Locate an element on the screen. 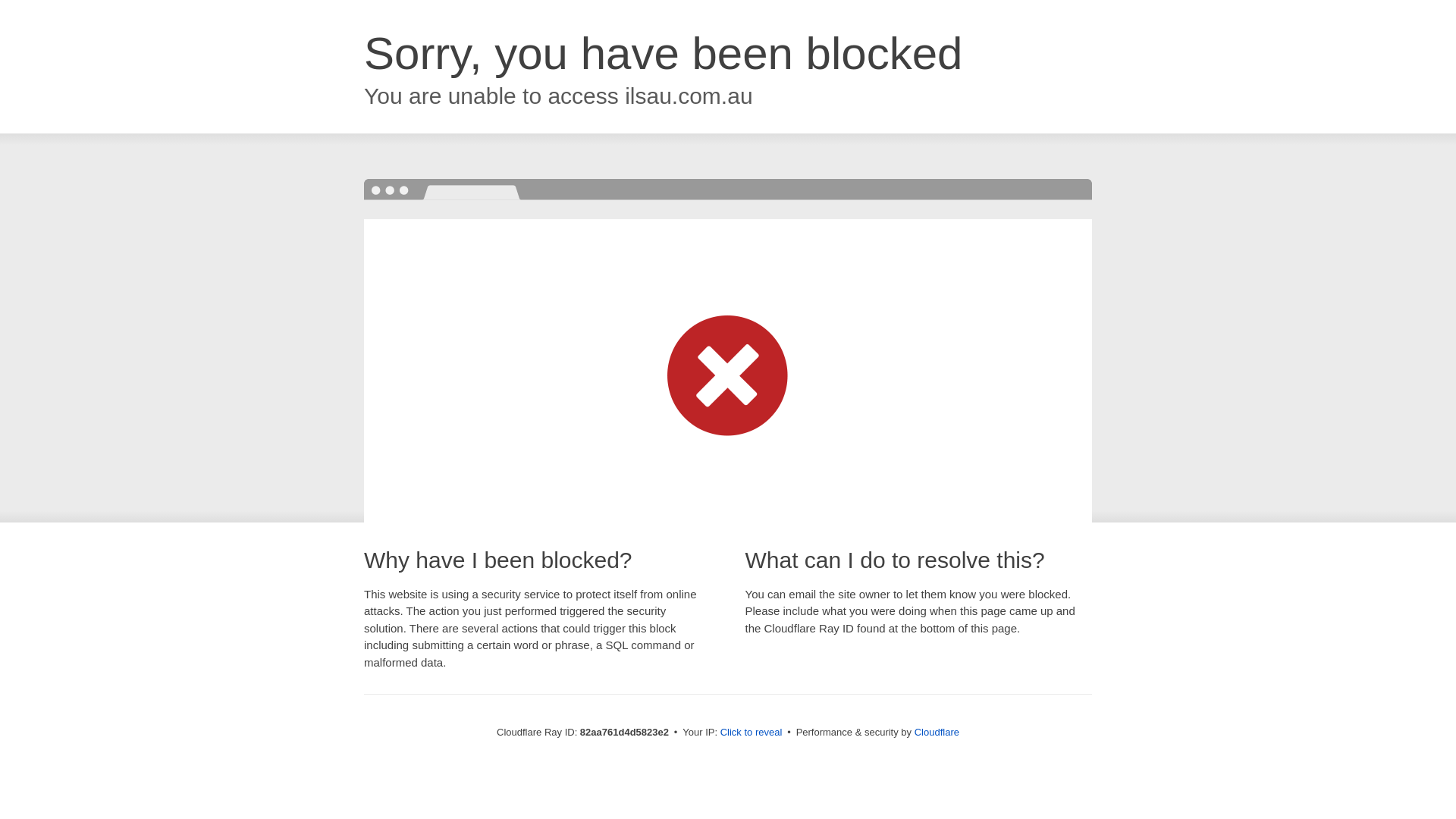 The height and width of the screenshot is (819, 1456). 'Click to reveal' is located at coordinates (751, 731).